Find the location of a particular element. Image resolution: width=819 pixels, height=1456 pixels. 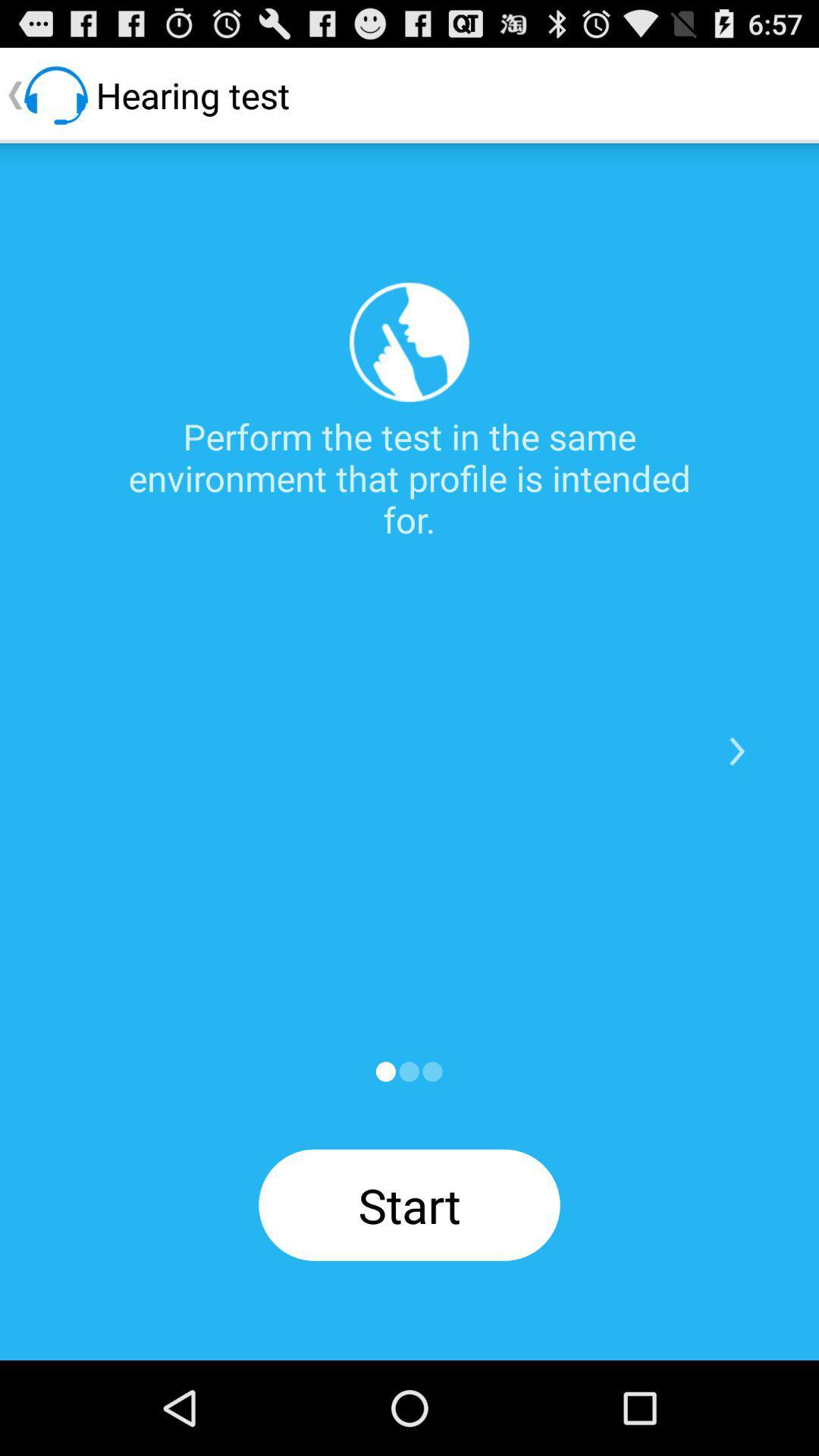

next page is located at coordinates (408, 1071).